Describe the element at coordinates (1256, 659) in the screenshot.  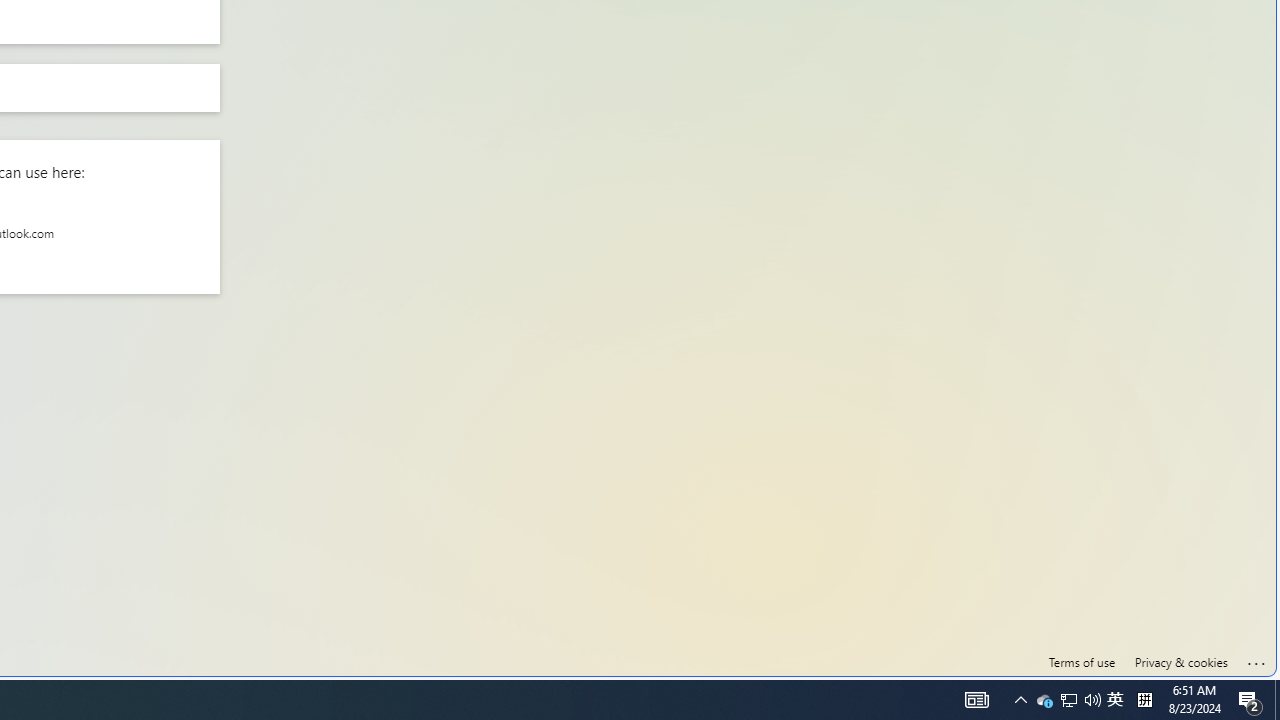
I see `'Click here for troubleshooting information'` at that location.